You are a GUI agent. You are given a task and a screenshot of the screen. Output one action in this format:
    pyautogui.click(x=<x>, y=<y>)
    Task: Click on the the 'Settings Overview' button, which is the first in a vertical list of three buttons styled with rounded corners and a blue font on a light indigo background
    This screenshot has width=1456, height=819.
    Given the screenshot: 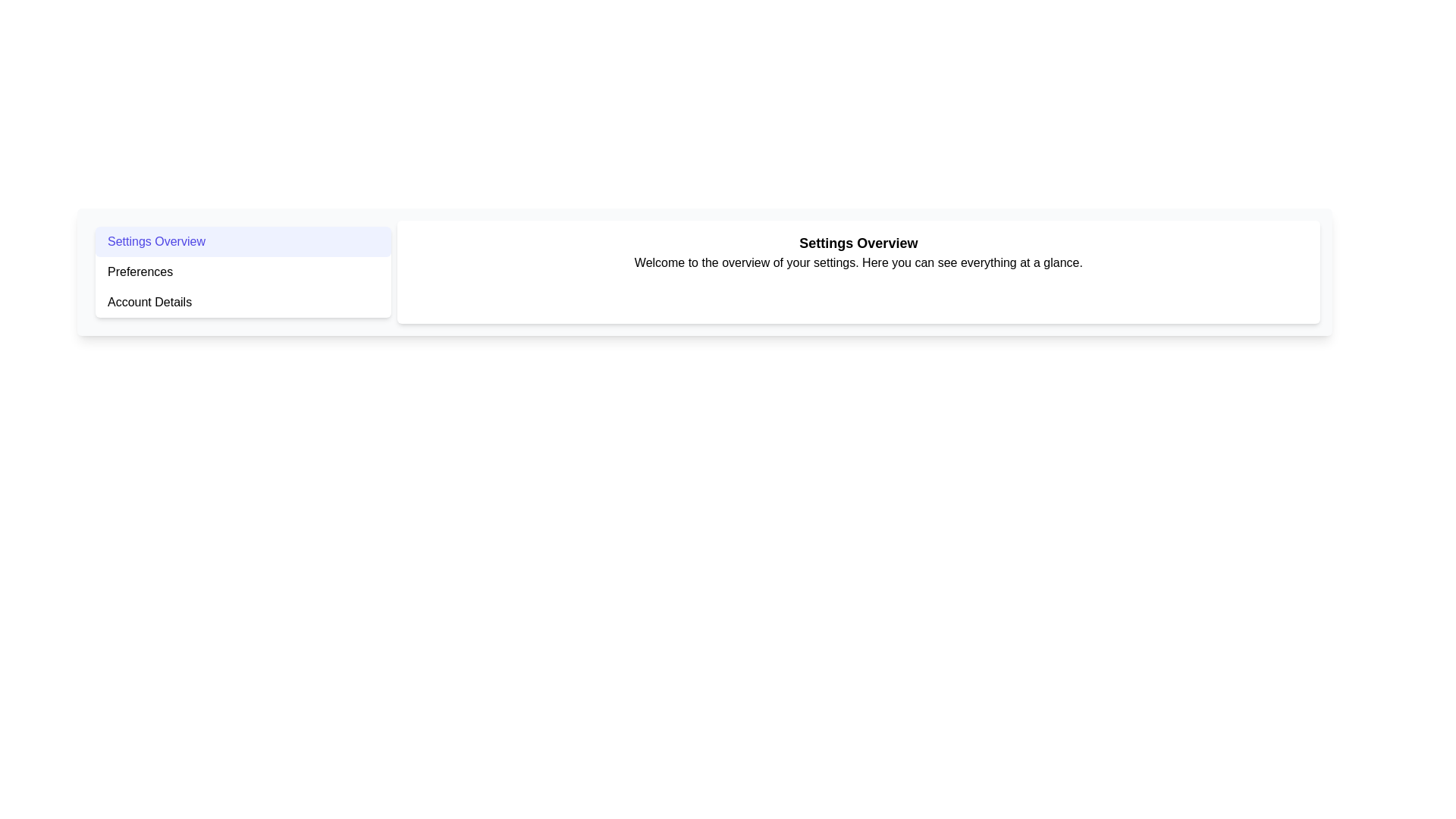 What is the action you would take?
    pyautogui.click(x=243, y=241)
    